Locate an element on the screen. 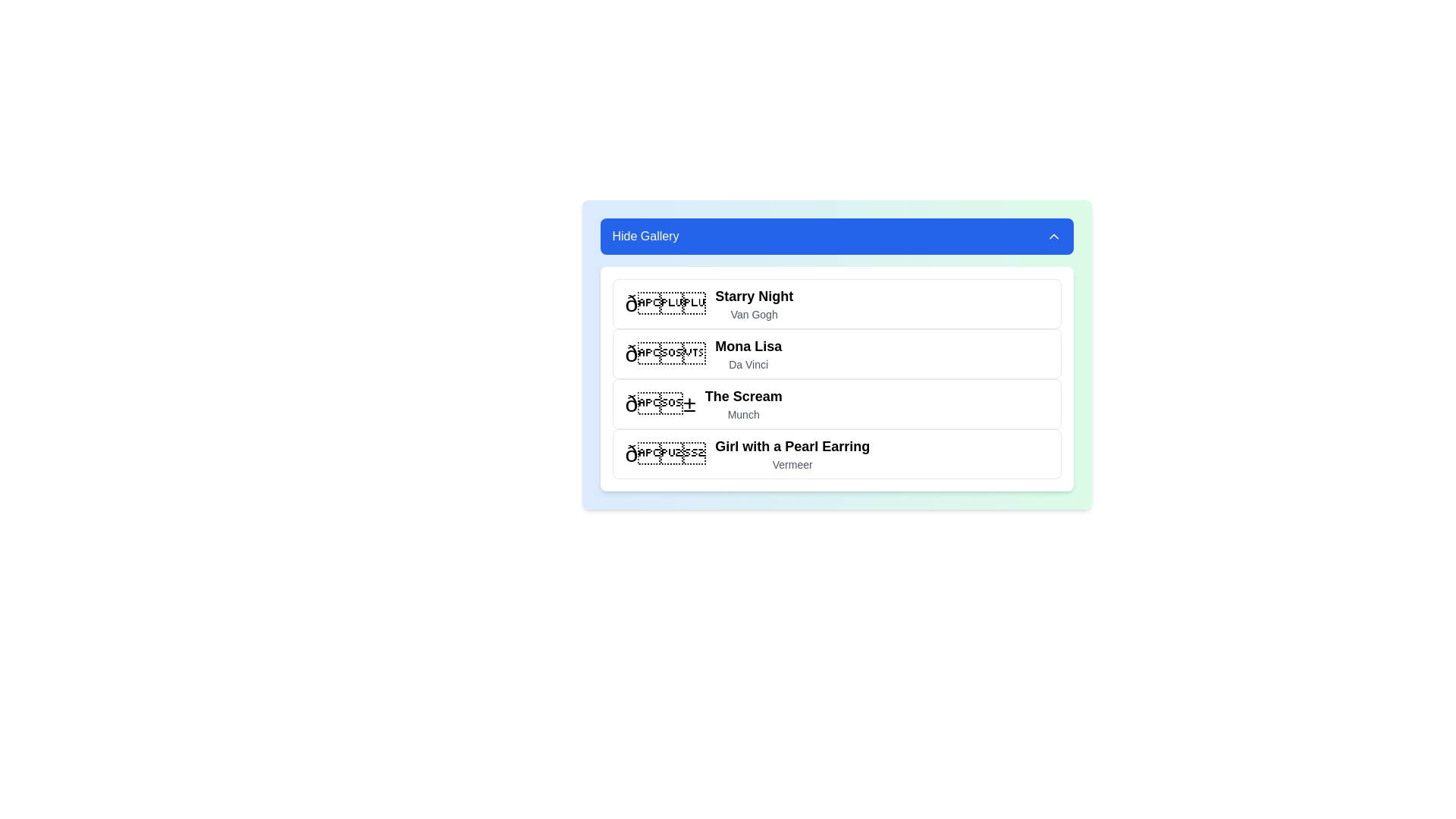  the static text label 'The Scream' which is styled as a header and located at the top of the textual block in the central area of the interface is located at coordinates (743, 396).